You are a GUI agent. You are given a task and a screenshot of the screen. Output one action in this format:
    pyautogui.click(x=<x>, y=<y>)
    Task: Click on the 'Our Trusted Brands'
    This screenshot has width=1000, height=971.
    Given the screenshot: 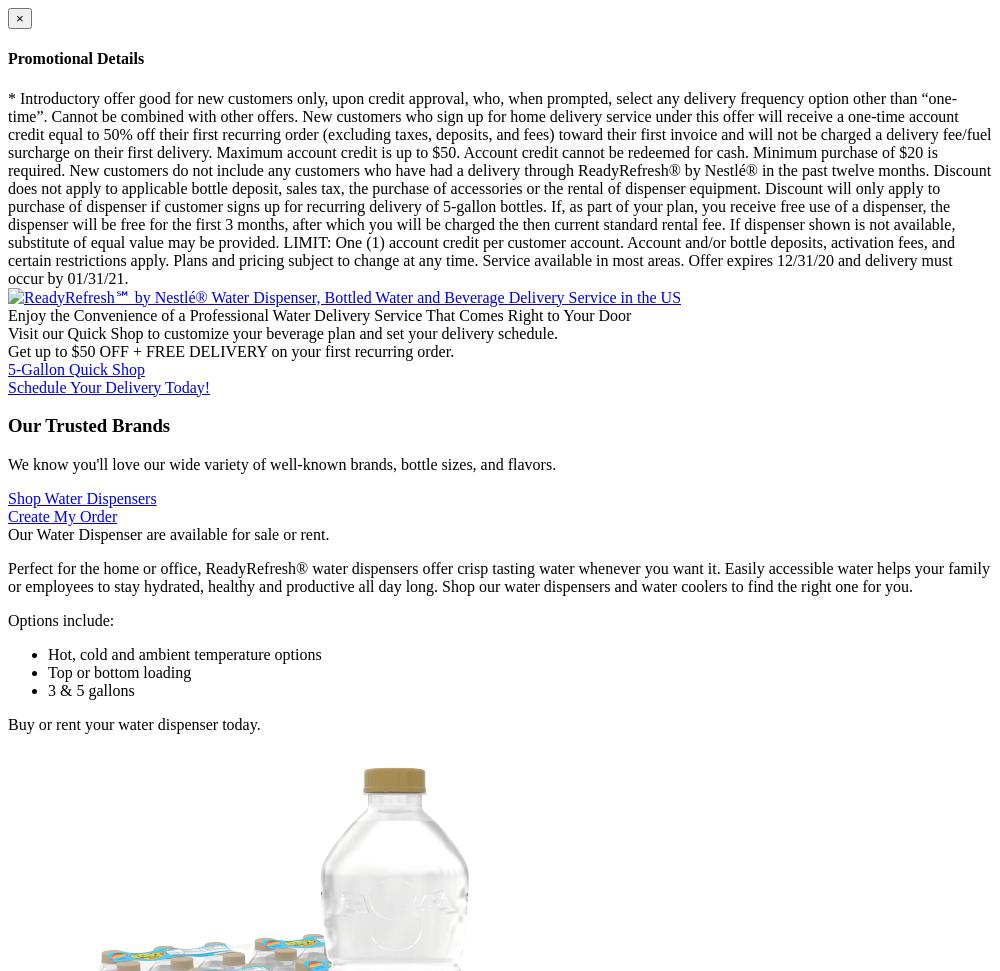 What is the action you would take?
    pyautogui.click(x=88, y=424)
    